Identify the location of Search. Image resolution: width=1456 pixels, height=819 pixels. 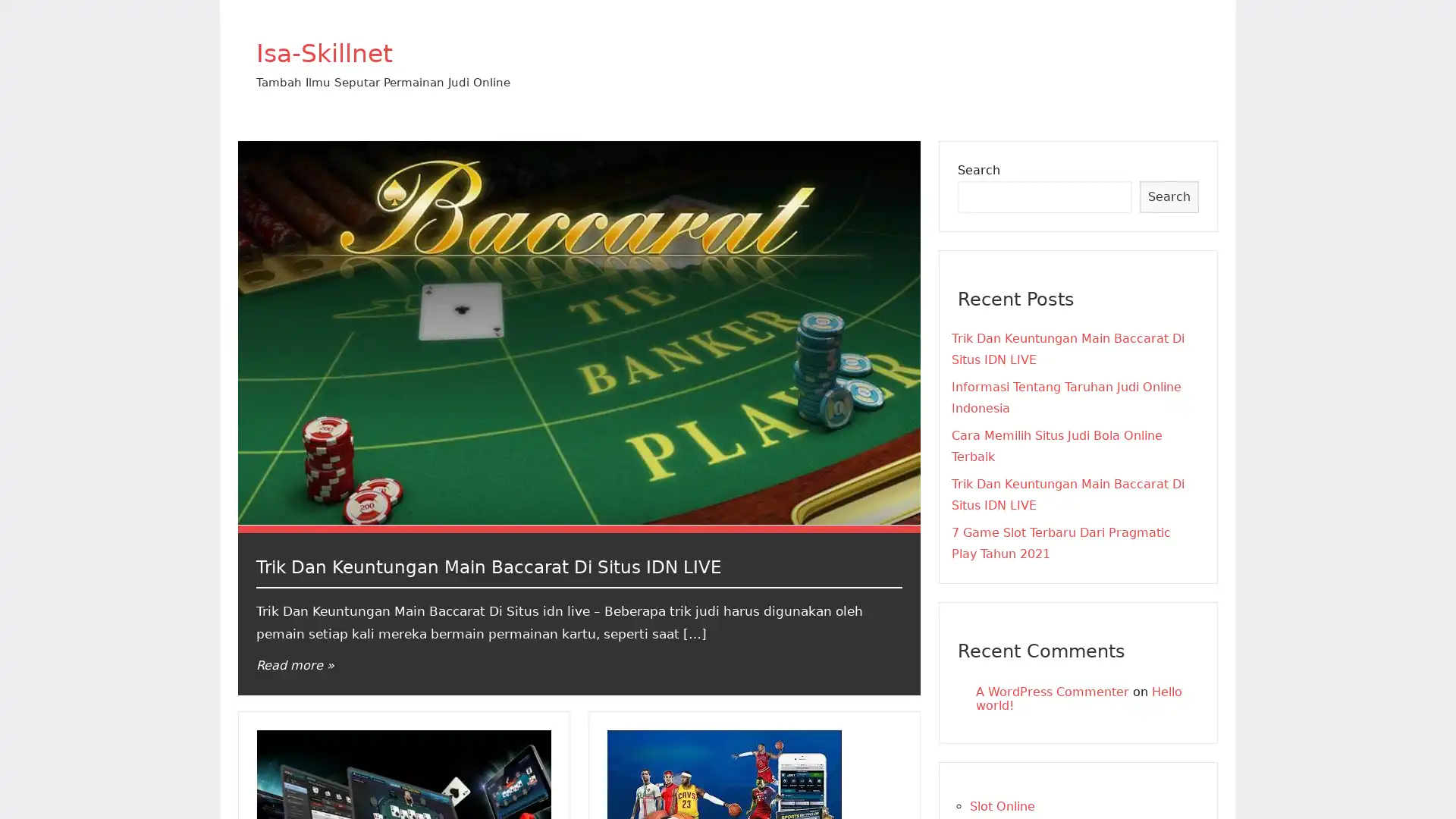
(1168, 196).